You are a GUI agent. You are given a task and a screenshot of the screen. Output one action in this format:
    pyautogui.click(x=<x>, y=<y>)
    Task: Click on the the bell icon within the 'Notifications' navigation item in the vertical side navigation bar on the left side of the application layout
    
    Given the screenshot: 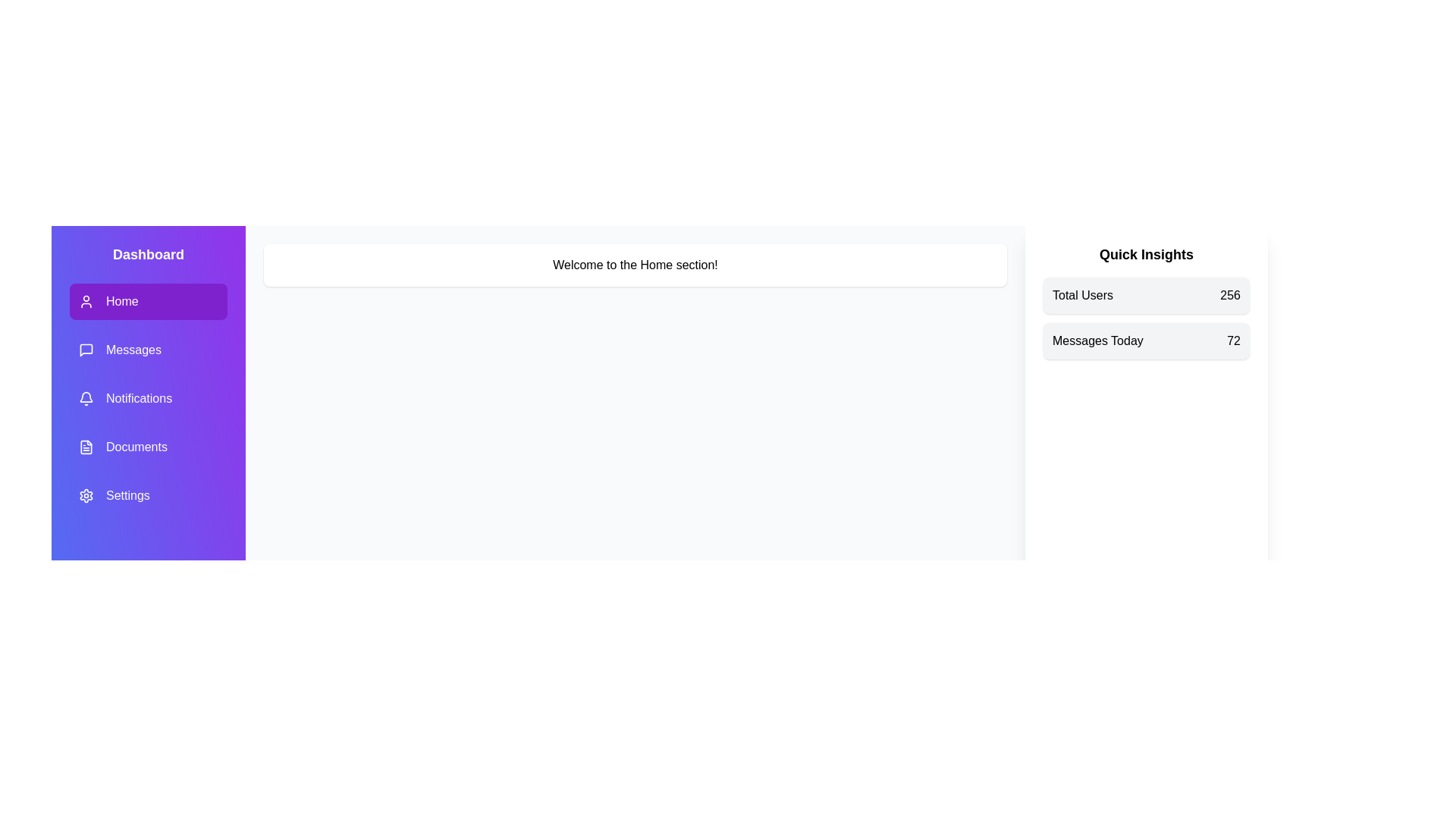 What is the action you would take?
    pyautogui.click(x=86, y=397)
    